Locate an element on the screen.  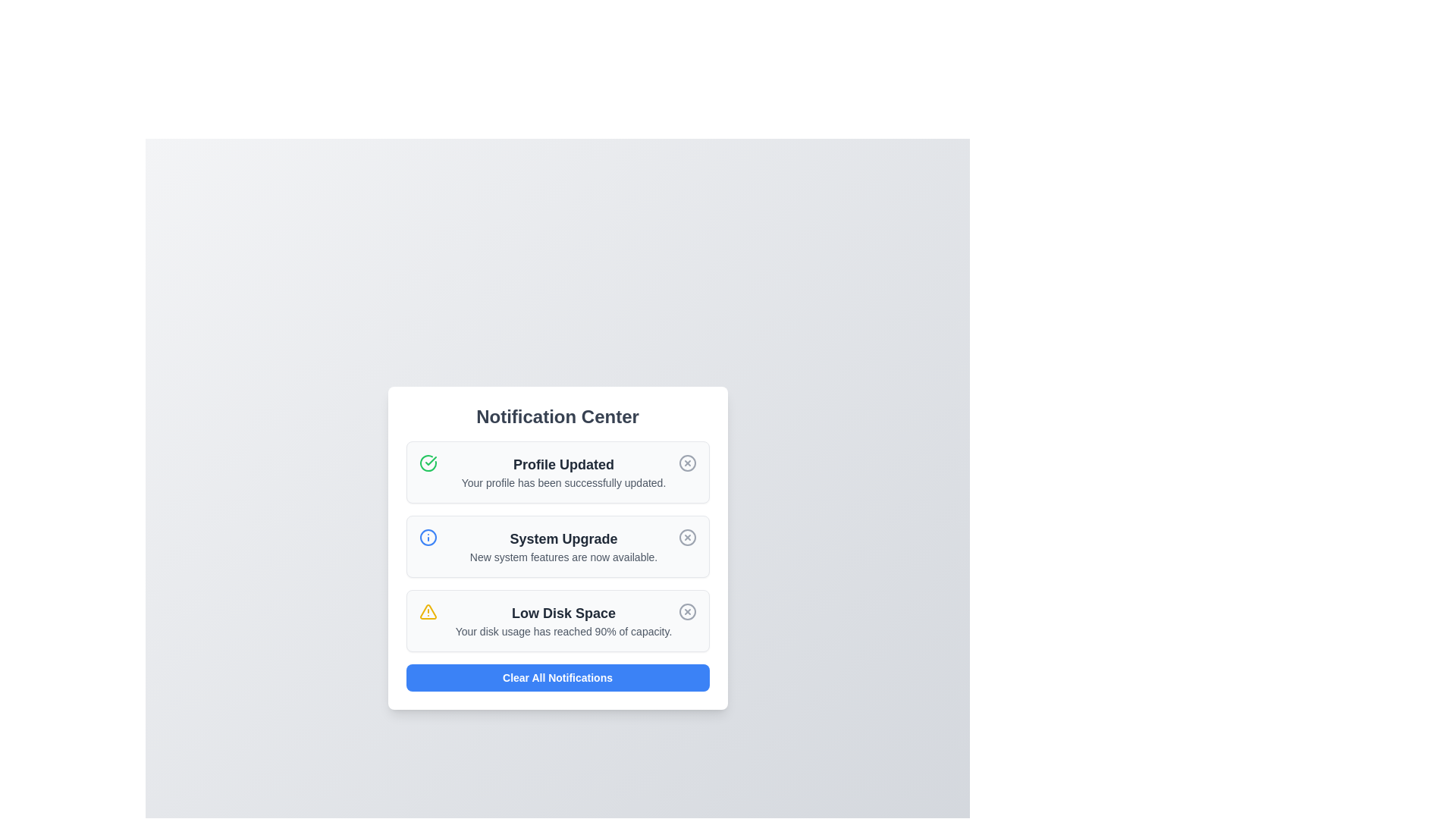
notification block with the bolded heading 'Low Disk Space' and the message 'Your disk usage has reached 90% of capacity.' located as the third notification in the Notification Center modal is located at coordinates (563, 620).